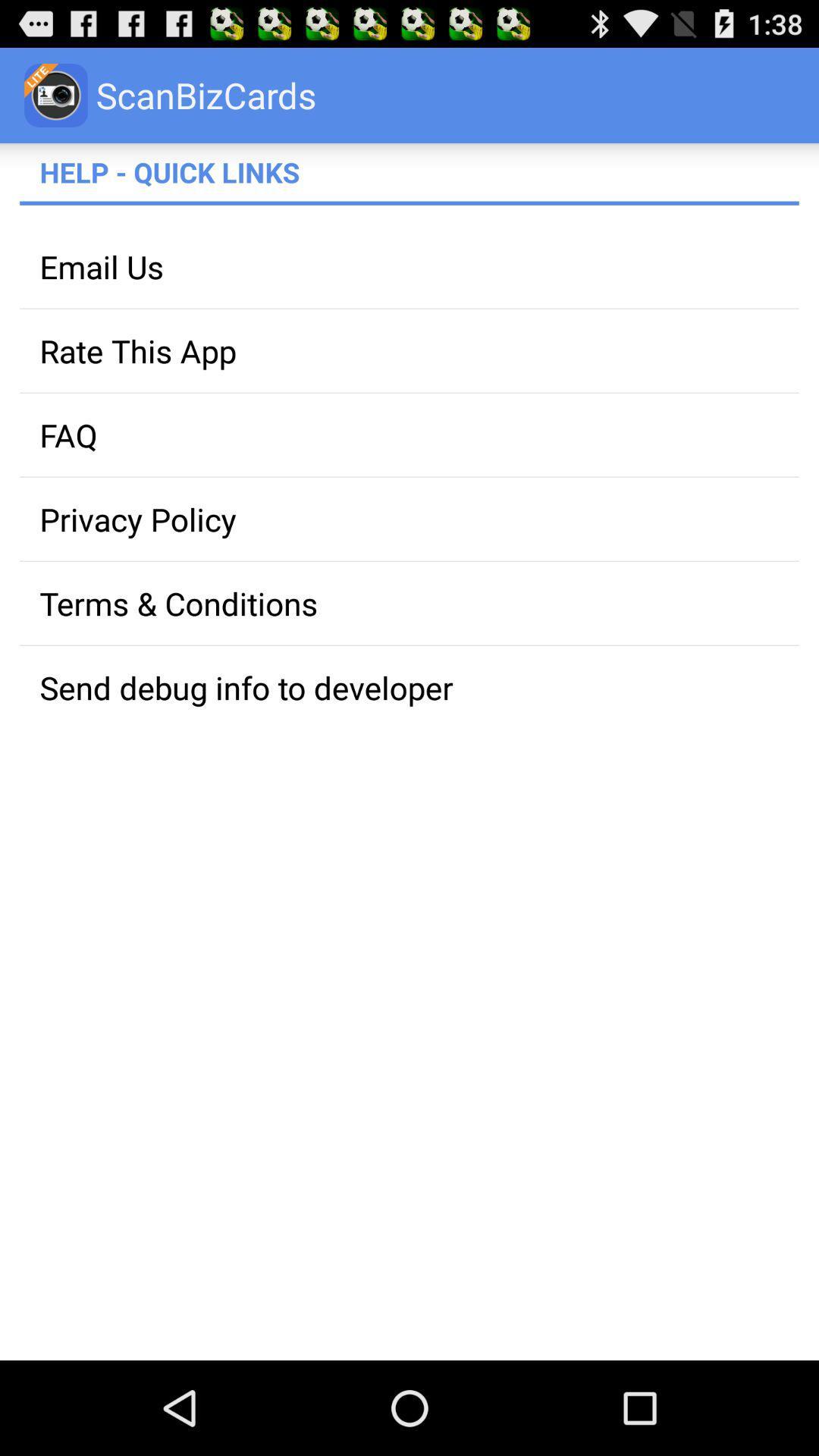 The image size is (819, 1456). I want to click on app above faq icon, so click(409, 350).